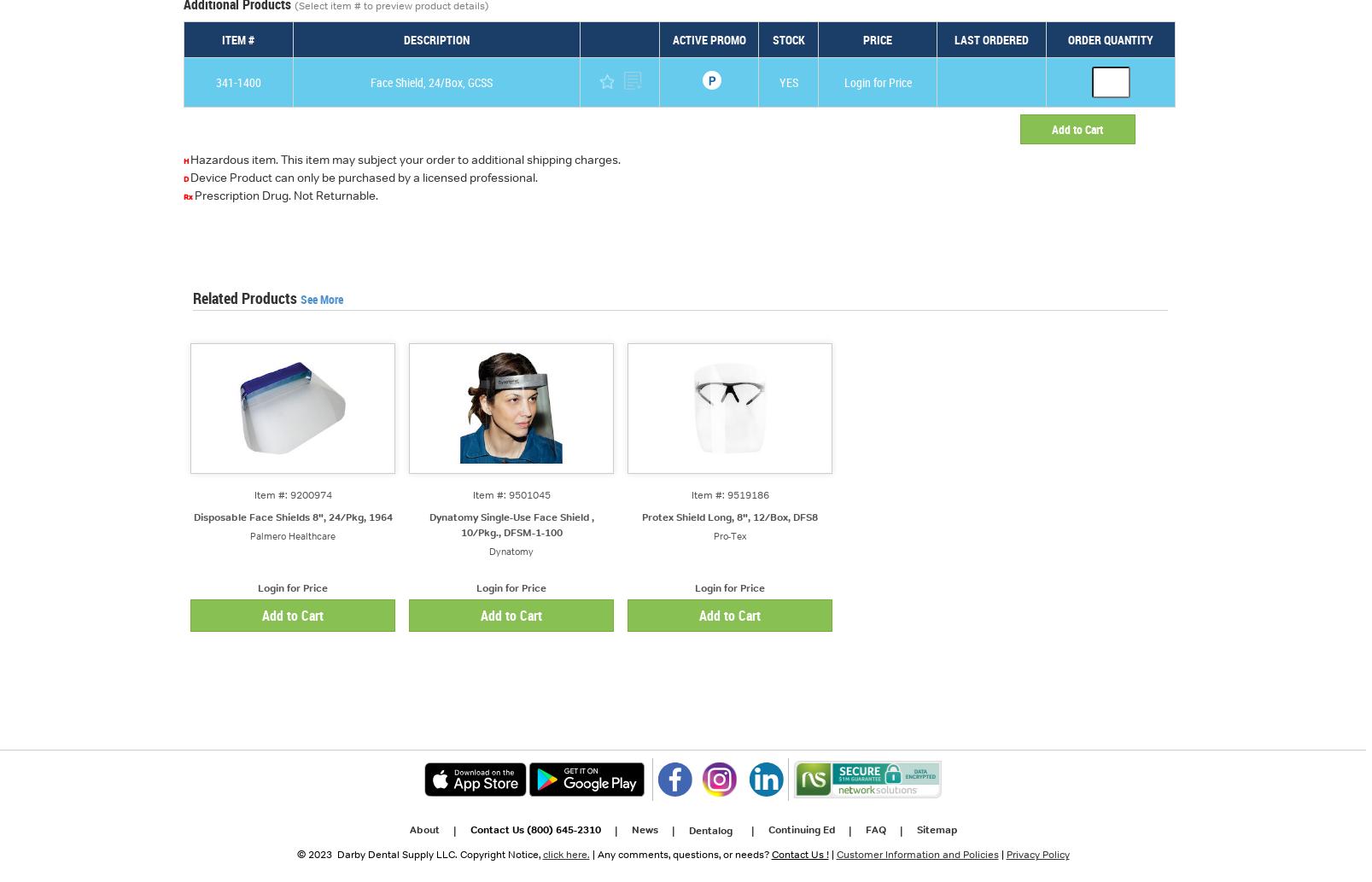 The height and width of the screenshot is (882, 1372). What do you see at coordinates (285, 195) in the screenshot?
I see `'Prescription Drug. Not Returnable.'` at bounding box center [285, 195].